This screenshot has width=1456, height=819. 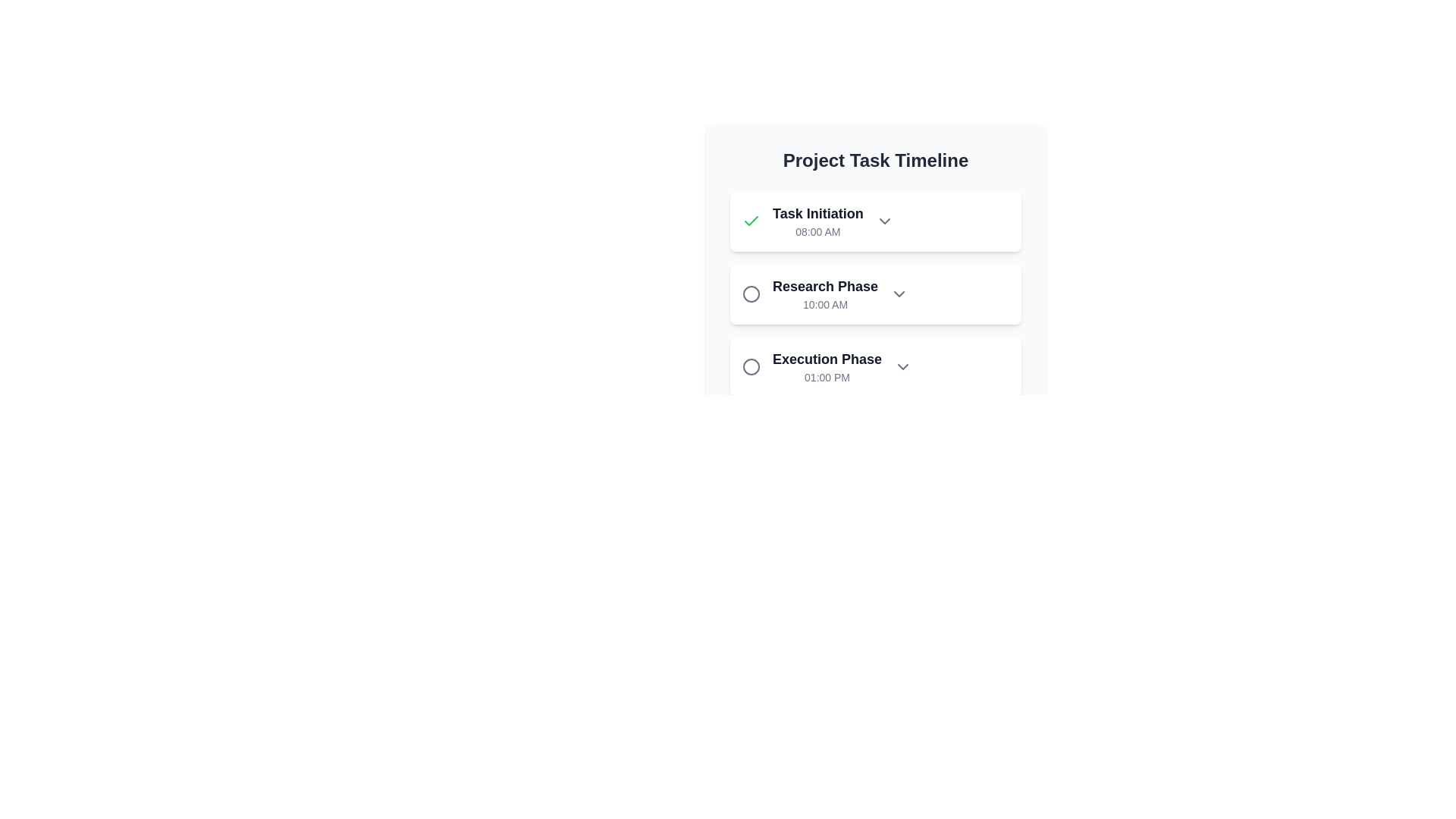 What do you see at coordinates (876, 366) in the screenshot?
I see `the dropdown arrow of the 'Execution Phase' list item in the Project Task Timeline to expand options` at bounding box center [876, 366].